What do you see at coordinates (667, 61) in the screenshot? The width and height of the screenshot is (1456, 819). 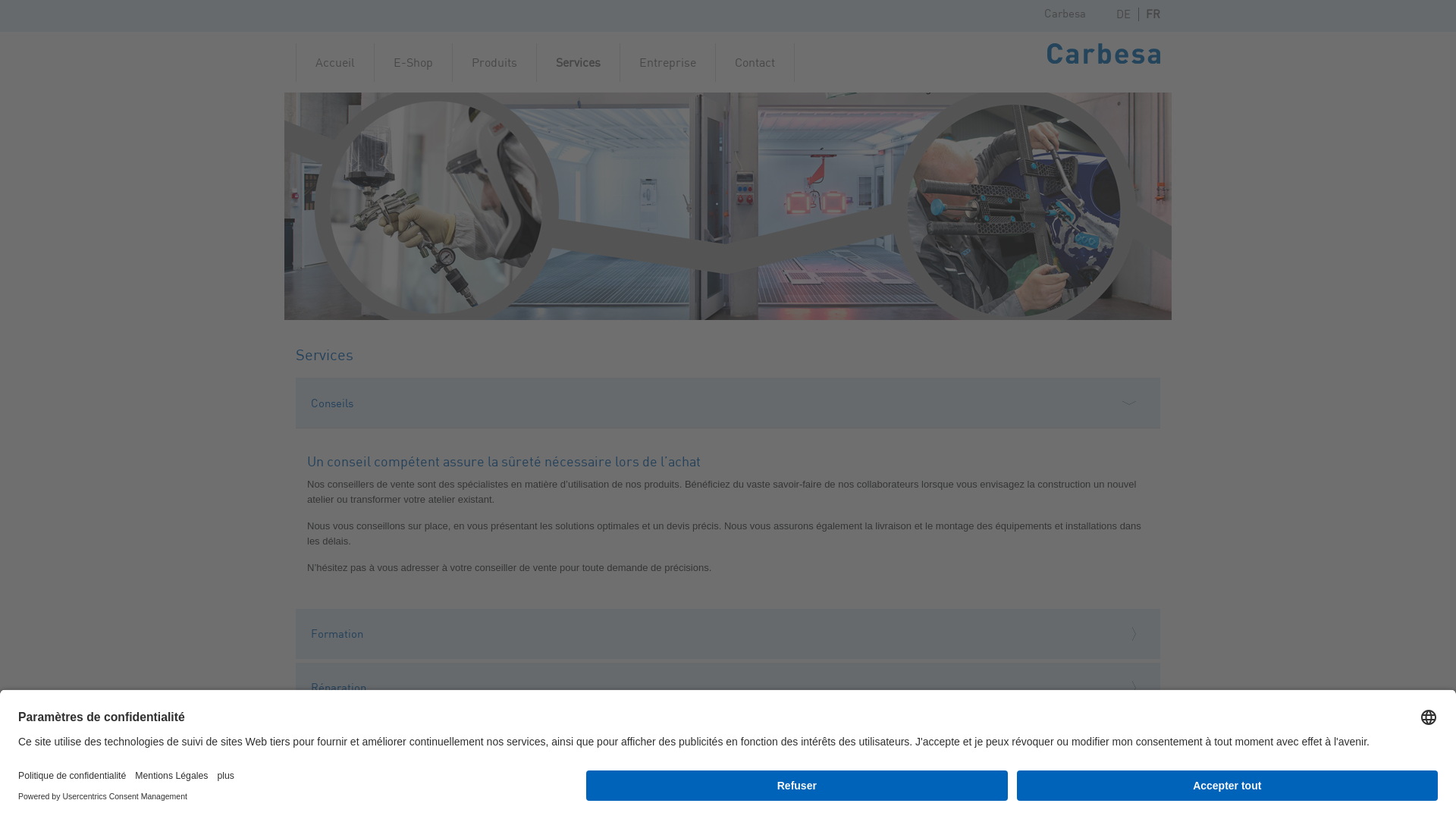 I see `'Entreprise'` at bounding box center [667, 61].